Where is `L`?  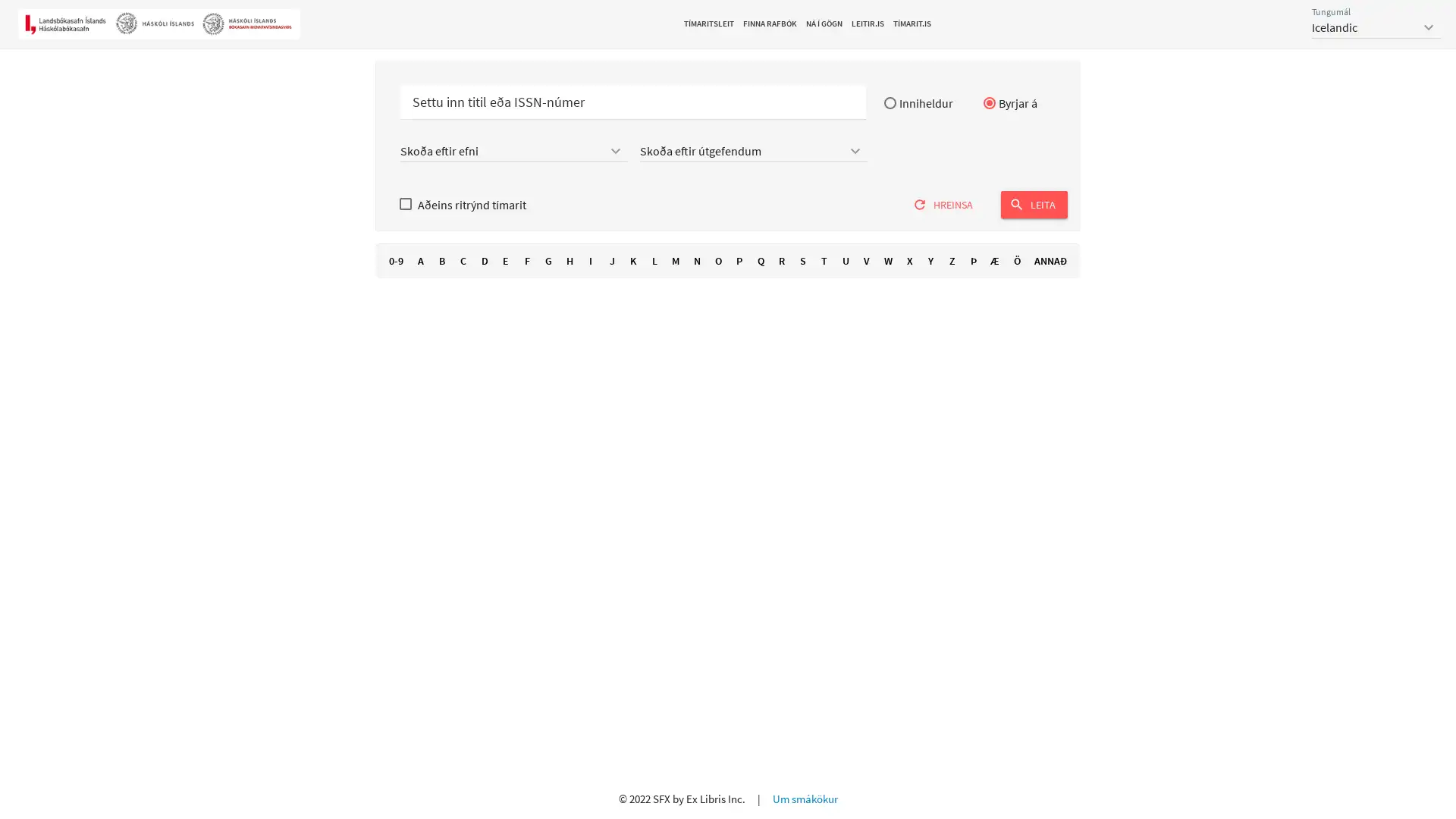
L is located at coordinates (654, 259).